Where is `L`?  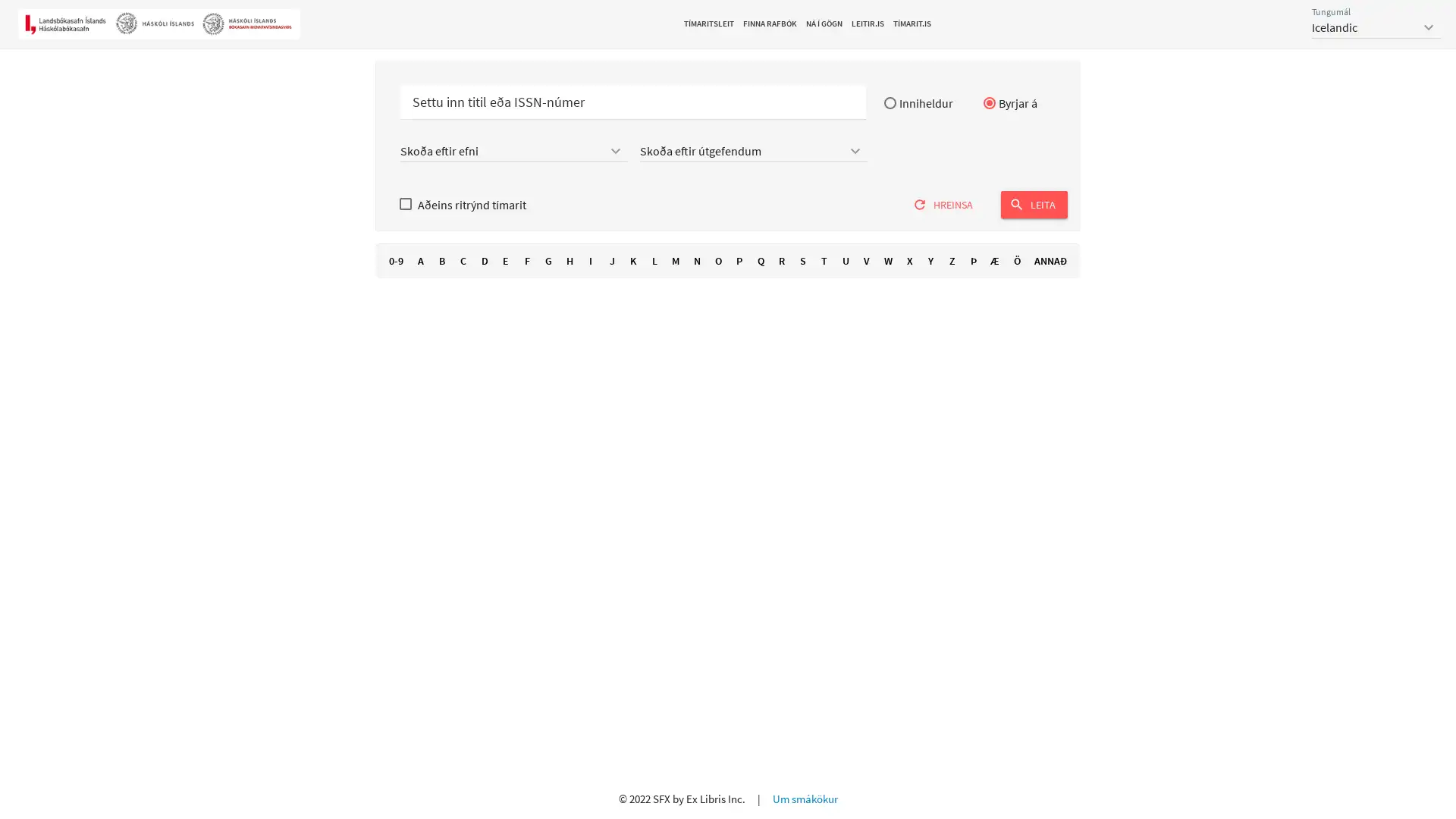
L is located at coordinates (654, 259).